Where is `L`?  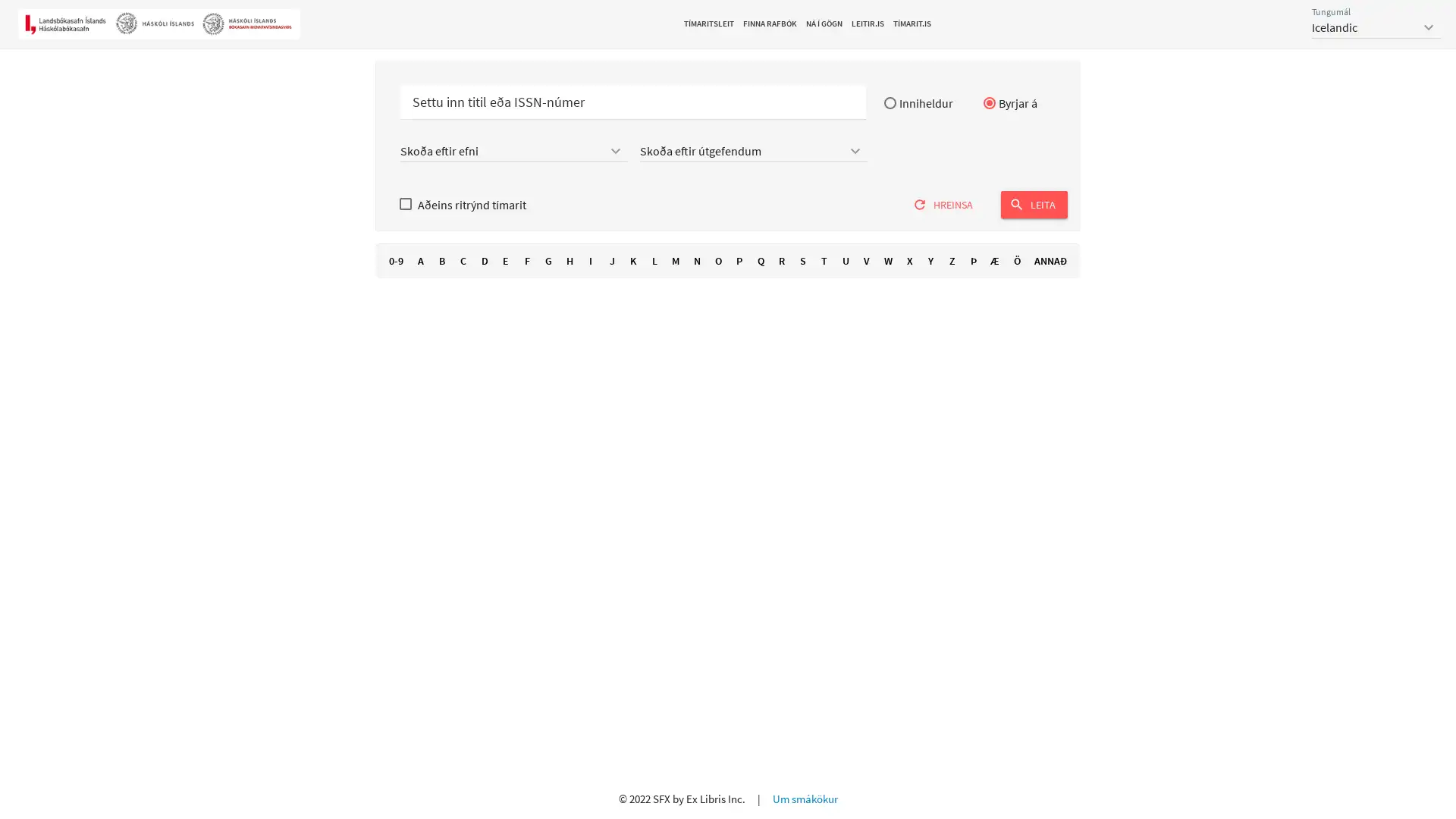
L is located at coordinates (654, 259).